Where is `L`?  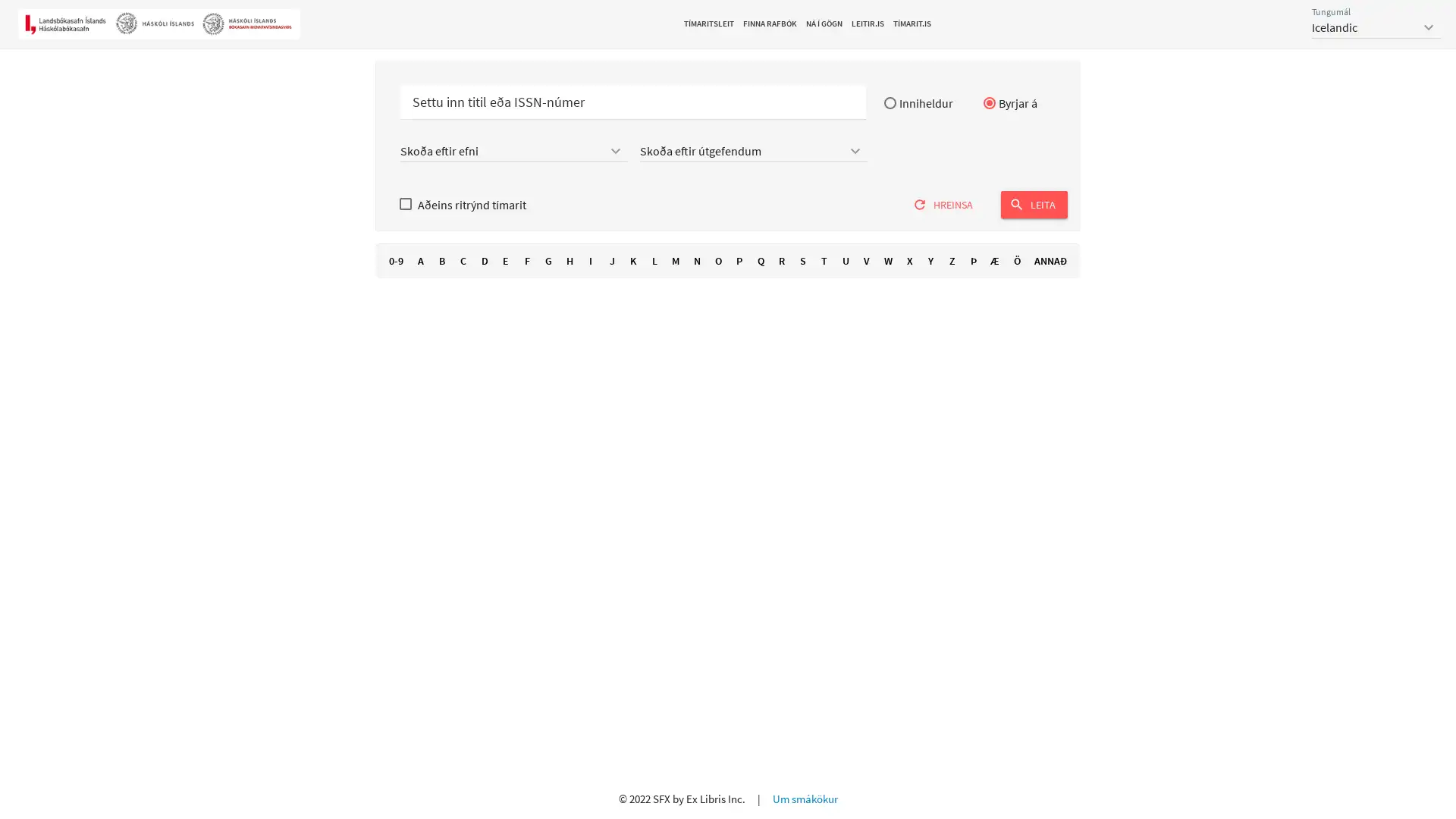
L is located at coordinates (654, 259).